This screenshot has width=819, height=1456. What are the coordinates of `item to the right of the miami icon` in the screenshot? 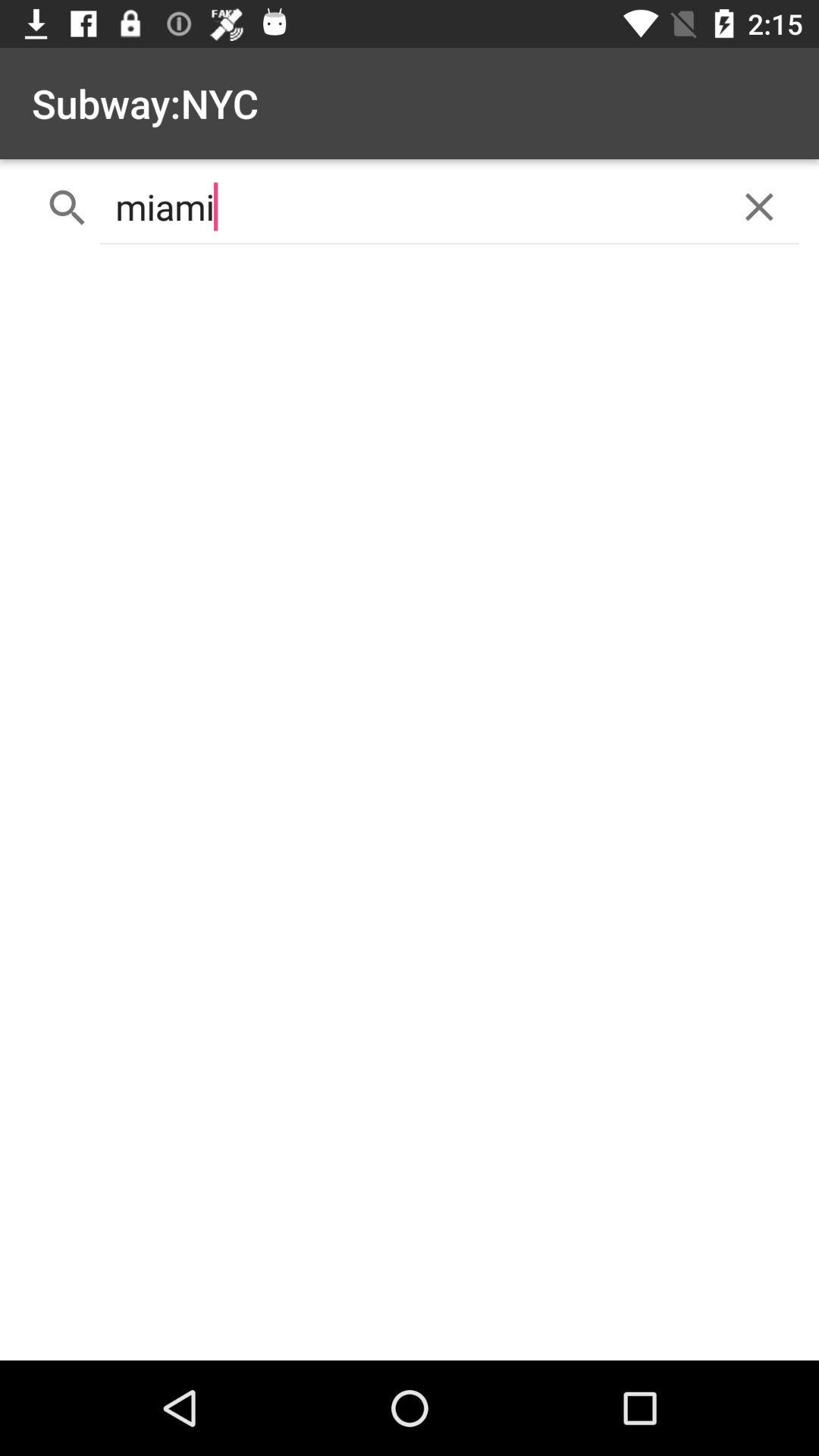 It's located at (759, 206).